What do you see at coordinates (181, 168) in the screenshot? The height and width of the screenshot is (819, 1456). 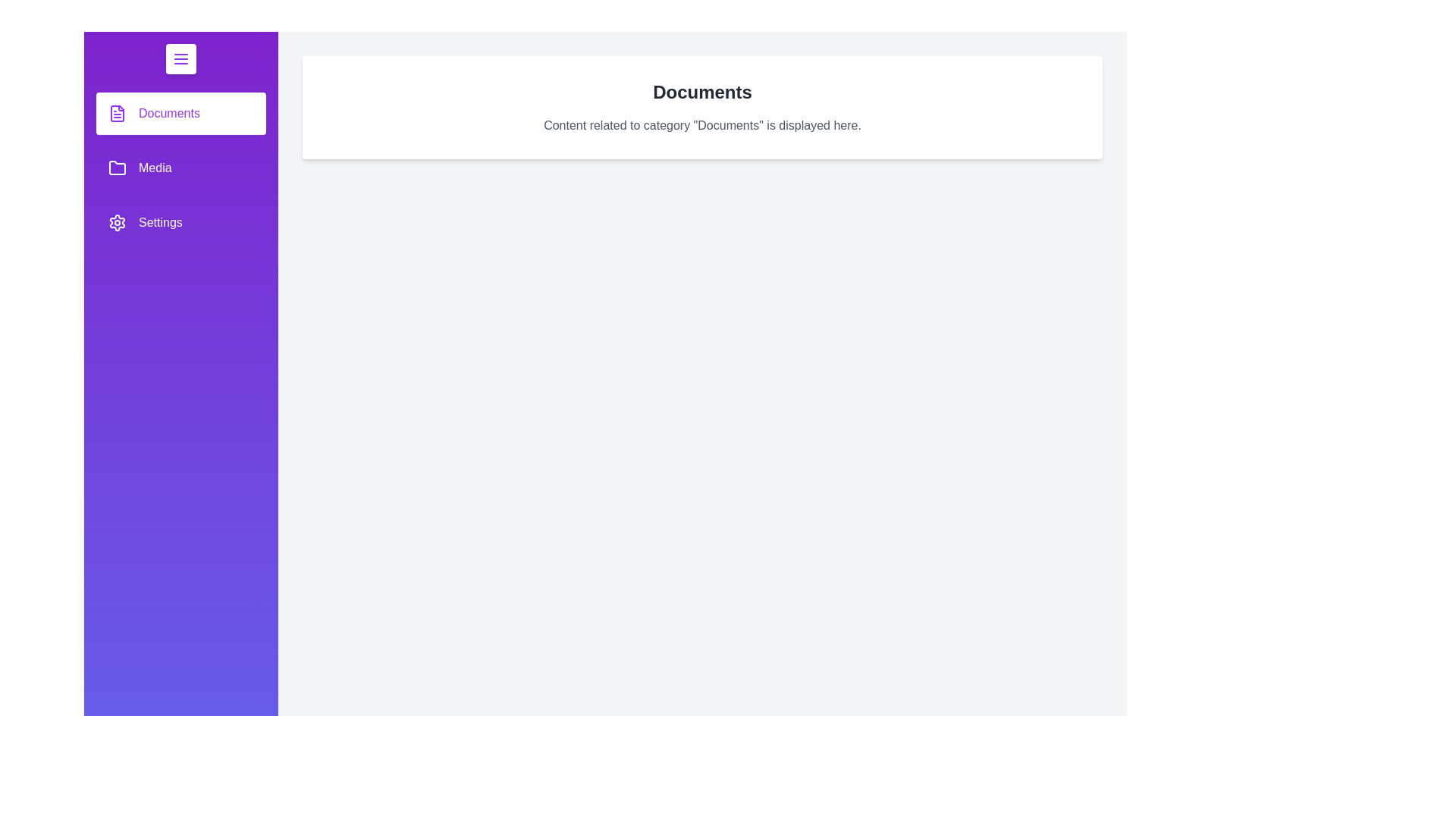 I see `the category Media from the list` at bounding box center [181, 168].